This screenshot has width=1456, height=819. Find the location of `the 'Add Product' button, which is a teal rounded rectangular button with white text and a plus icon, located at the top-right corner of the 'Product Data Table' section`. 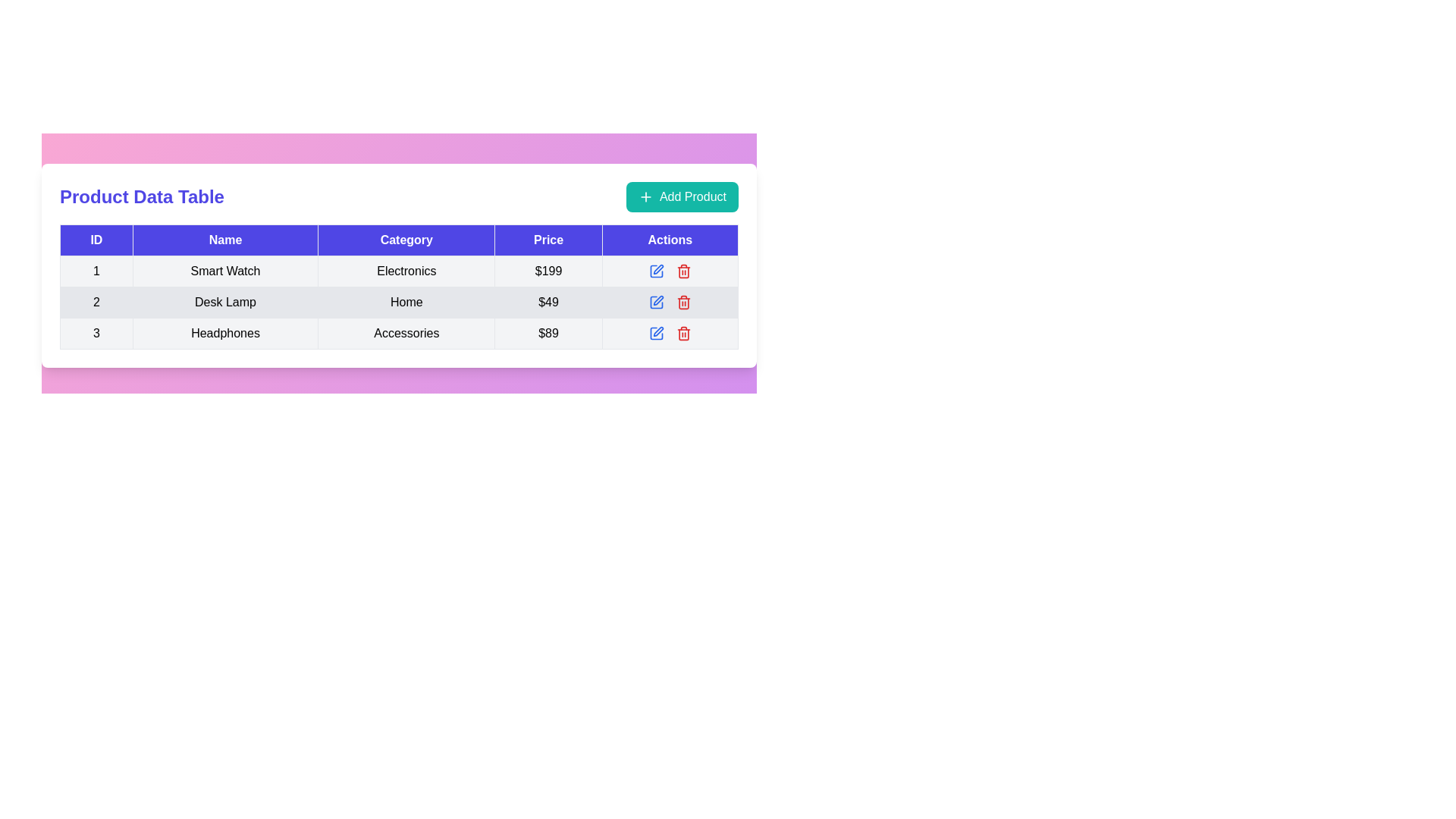

the 'Add Product' button, which is a teal rounded rectangular button with white text and a plus icon, located at the top-right corner of the 'Product Data Table' section is located at coordinates (681, 196).